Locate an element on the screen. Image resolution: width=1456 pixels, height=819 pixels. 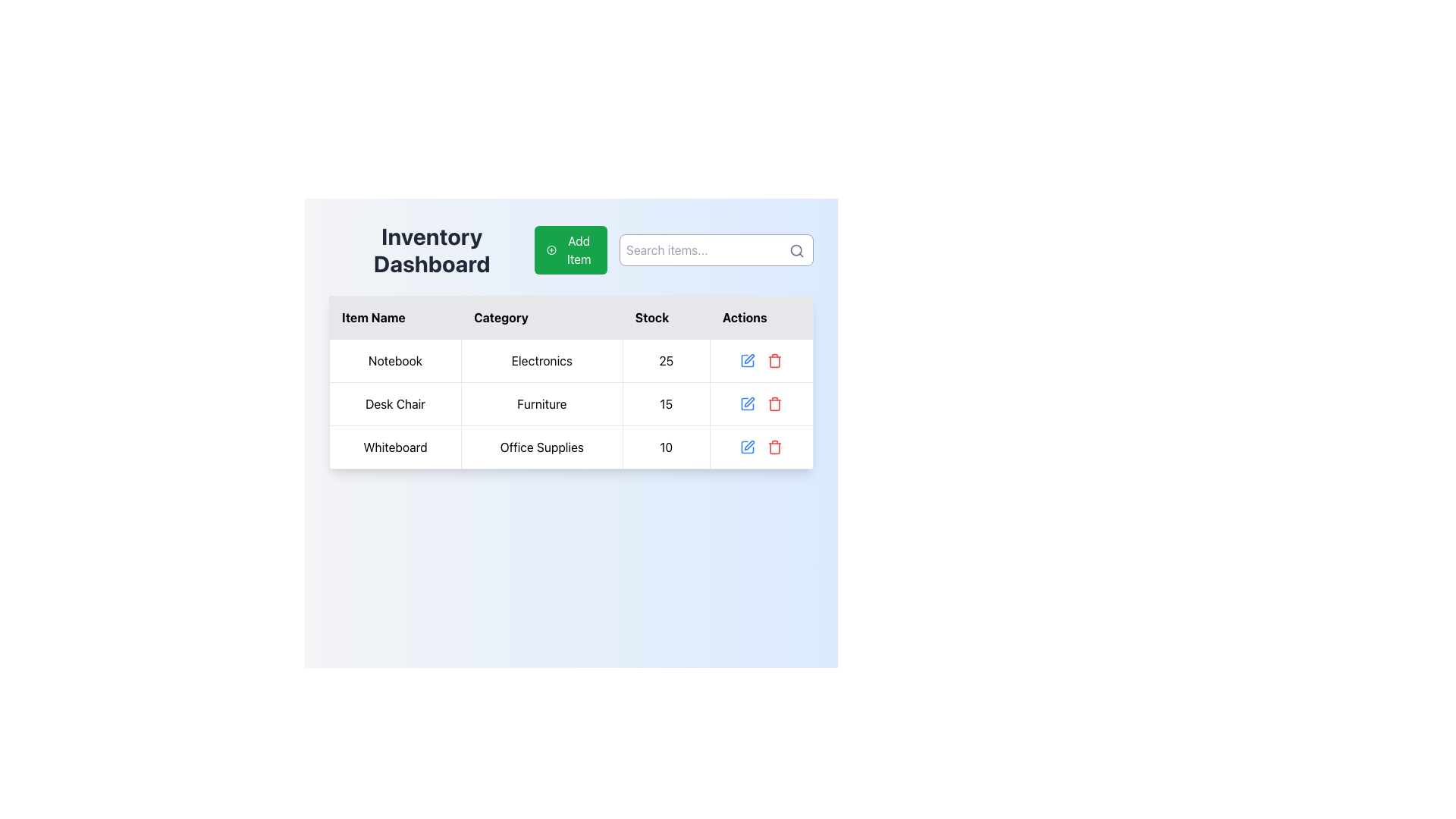
text of the third table cell under the 'Stock' column displaying the current stock count for the 'Whiteboard' item in the last row of the inventory table is located at coordinates (666, 447).